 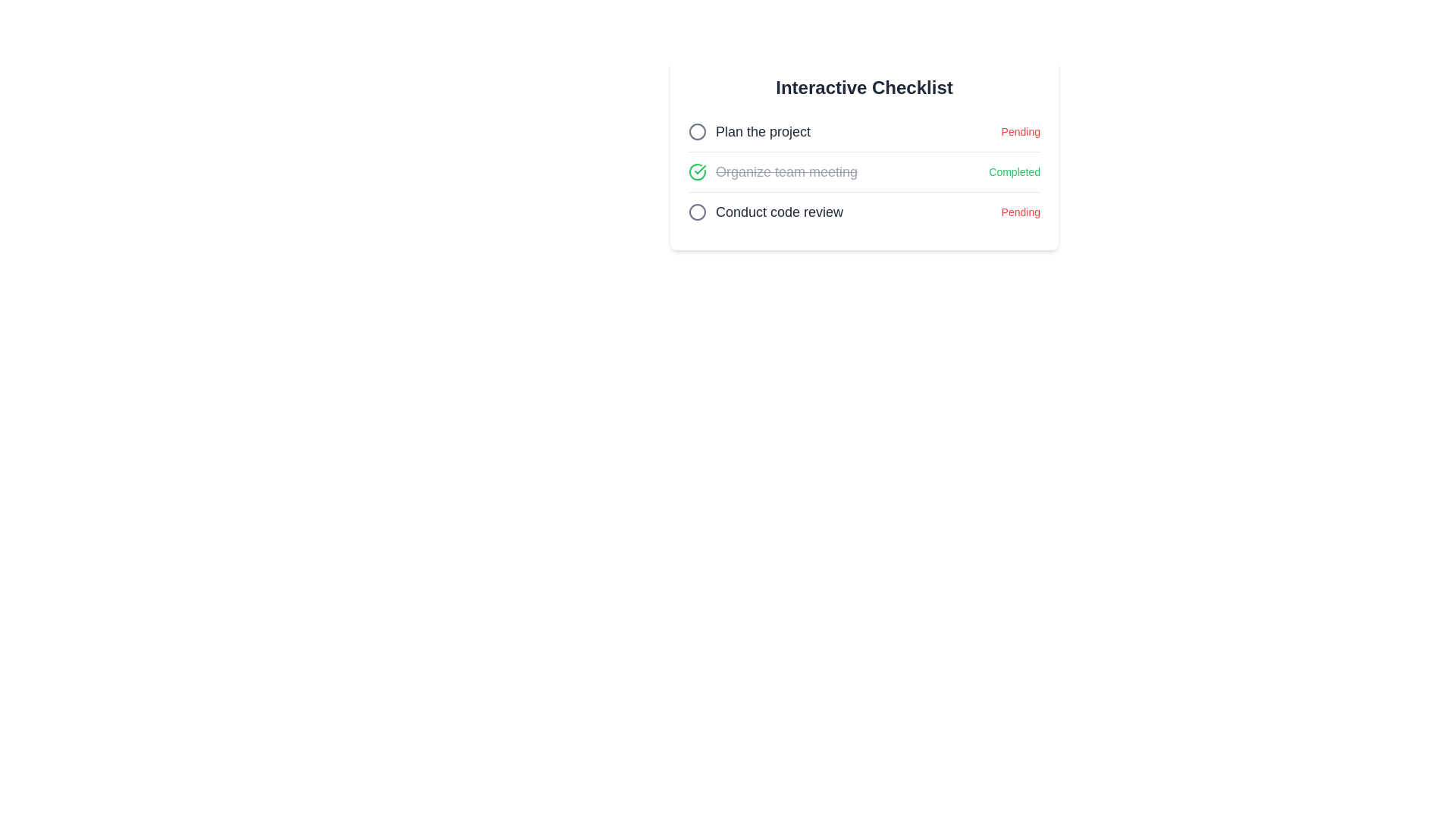 What do you see at coordinates (864, 87) in the screenshot?
I see `the text label 'Interactive Checklist' which serves as the header for the checklist interface` at bounding box center [864, 87].